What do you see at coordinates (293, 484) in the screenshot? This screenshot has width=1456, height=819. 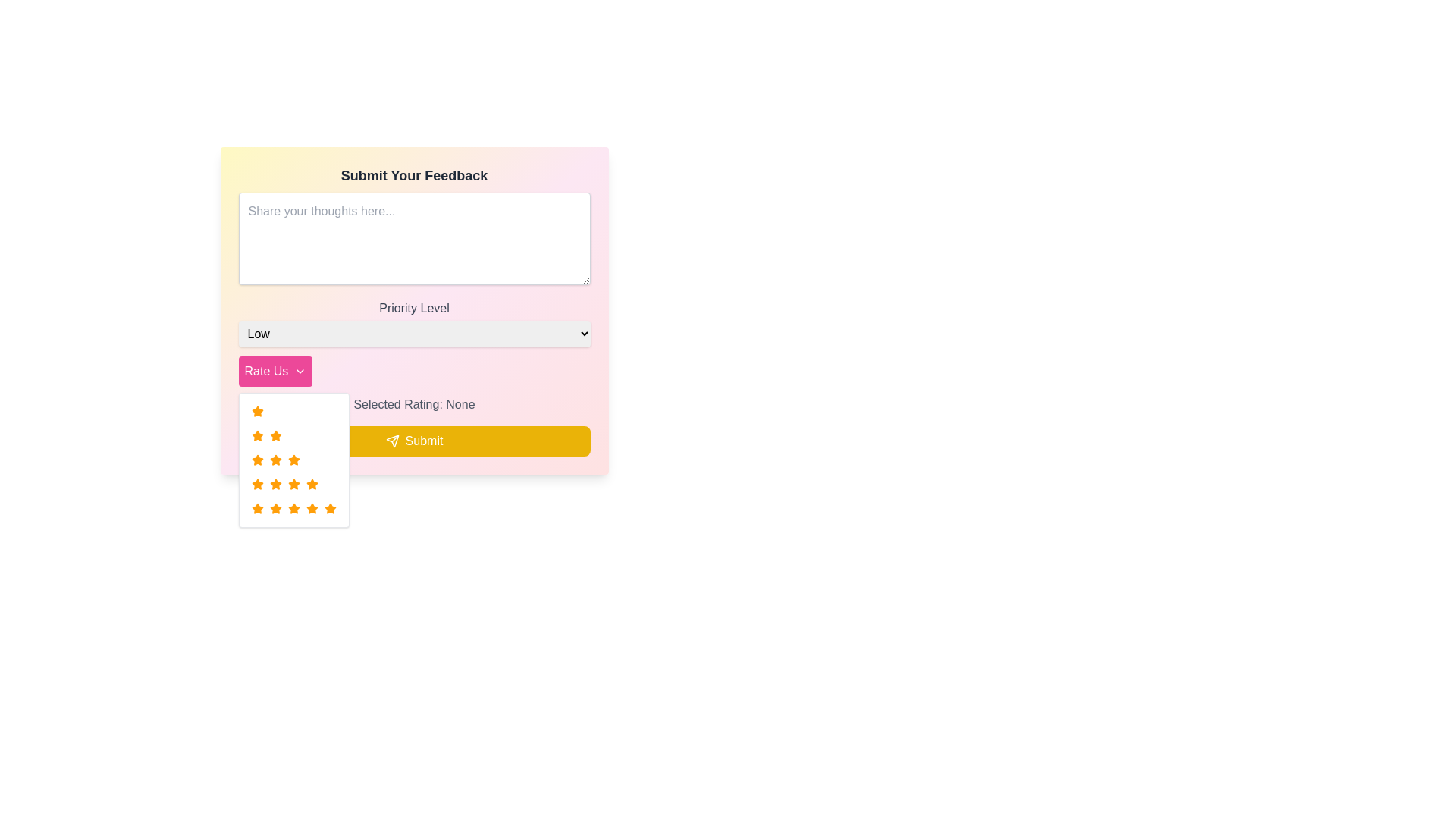 I see `the second star in the star rating system located in the dropdown menu below the 'Rate Us' button to indicate a rating` at bounding box center [293, 484].